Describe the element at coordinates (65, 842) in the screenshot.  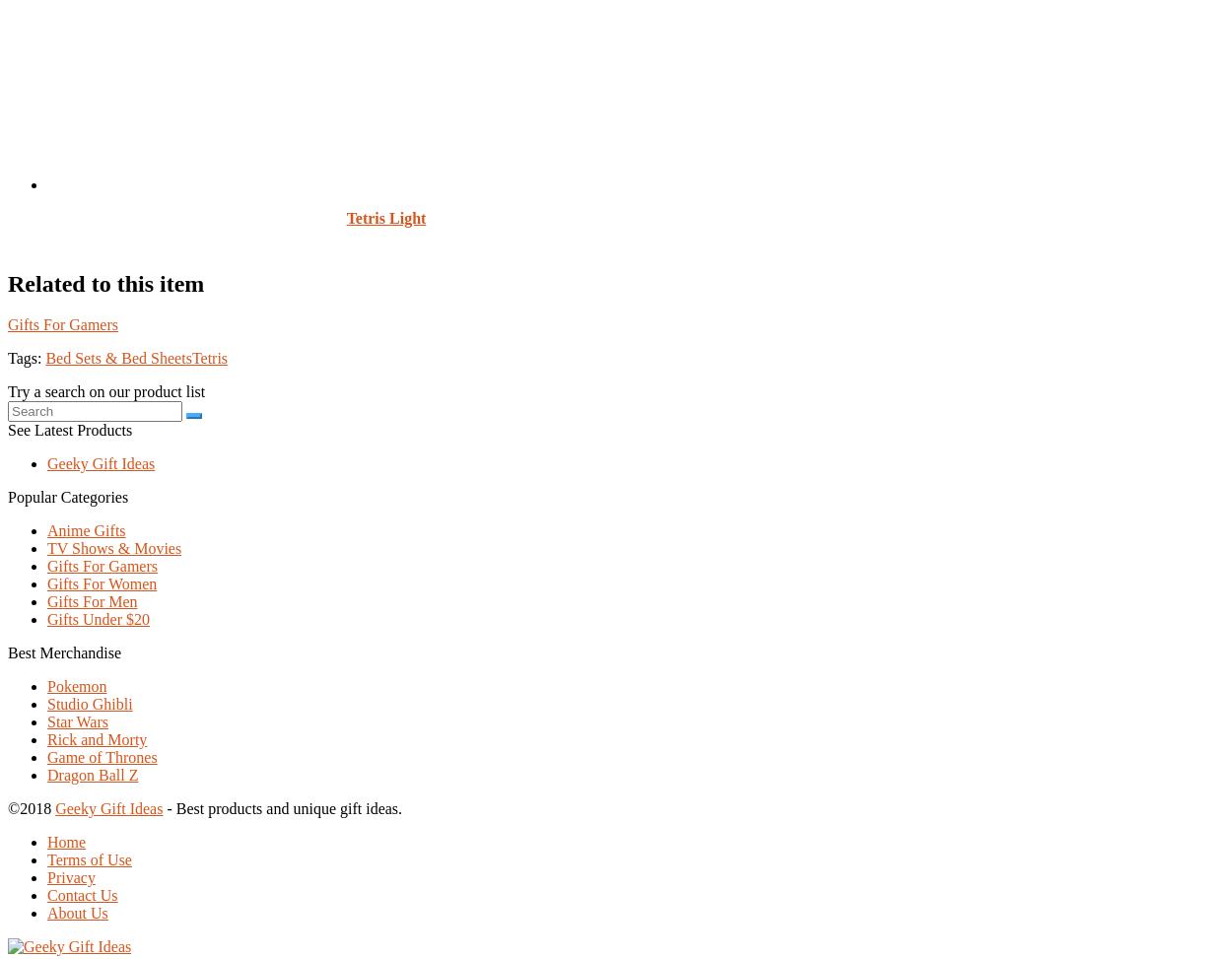
I see `'Home'` at that location.